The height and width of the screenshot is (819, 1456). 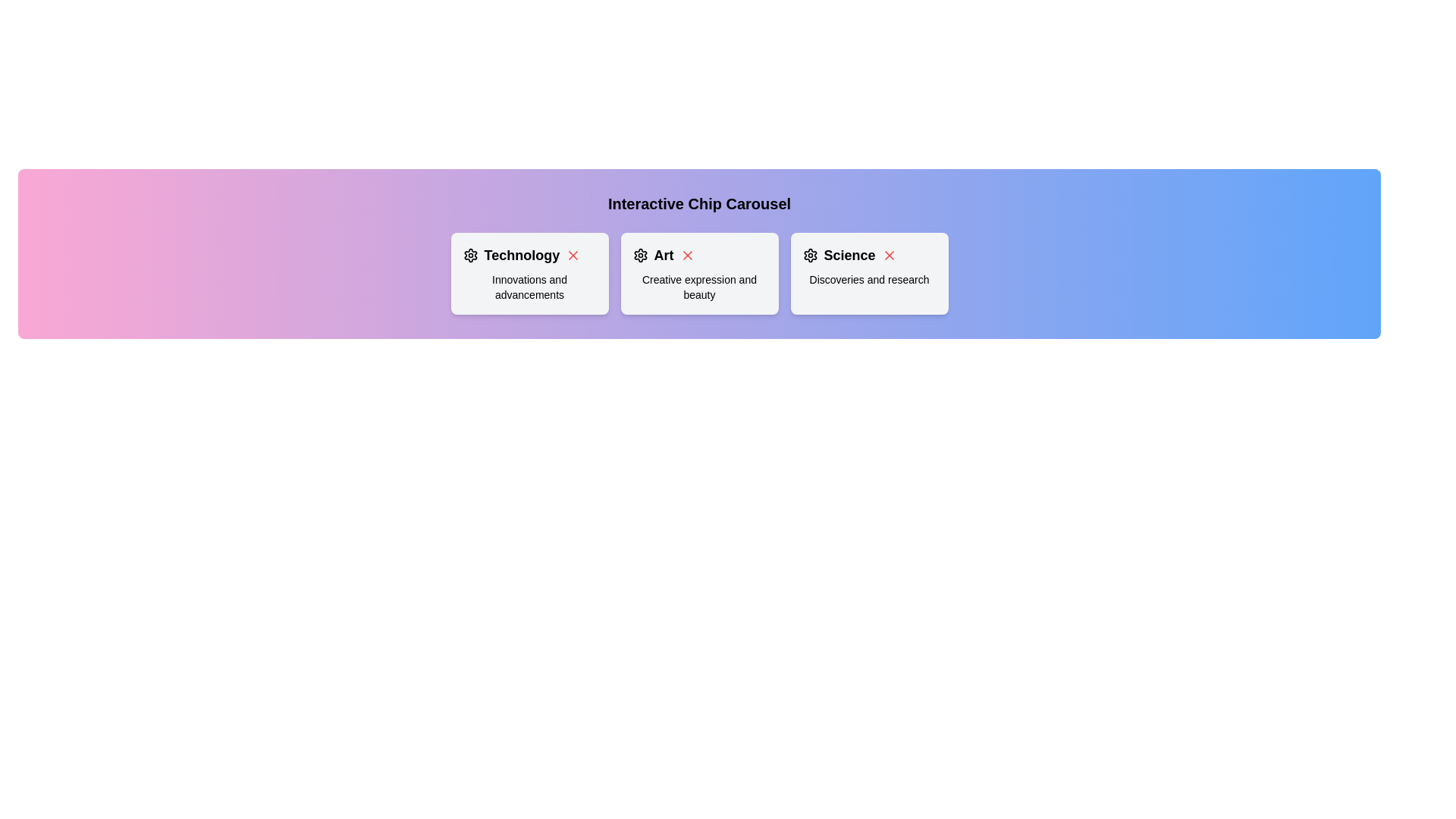 I want to click on the chip labeled Science to select it, so click(x=869, y=274).